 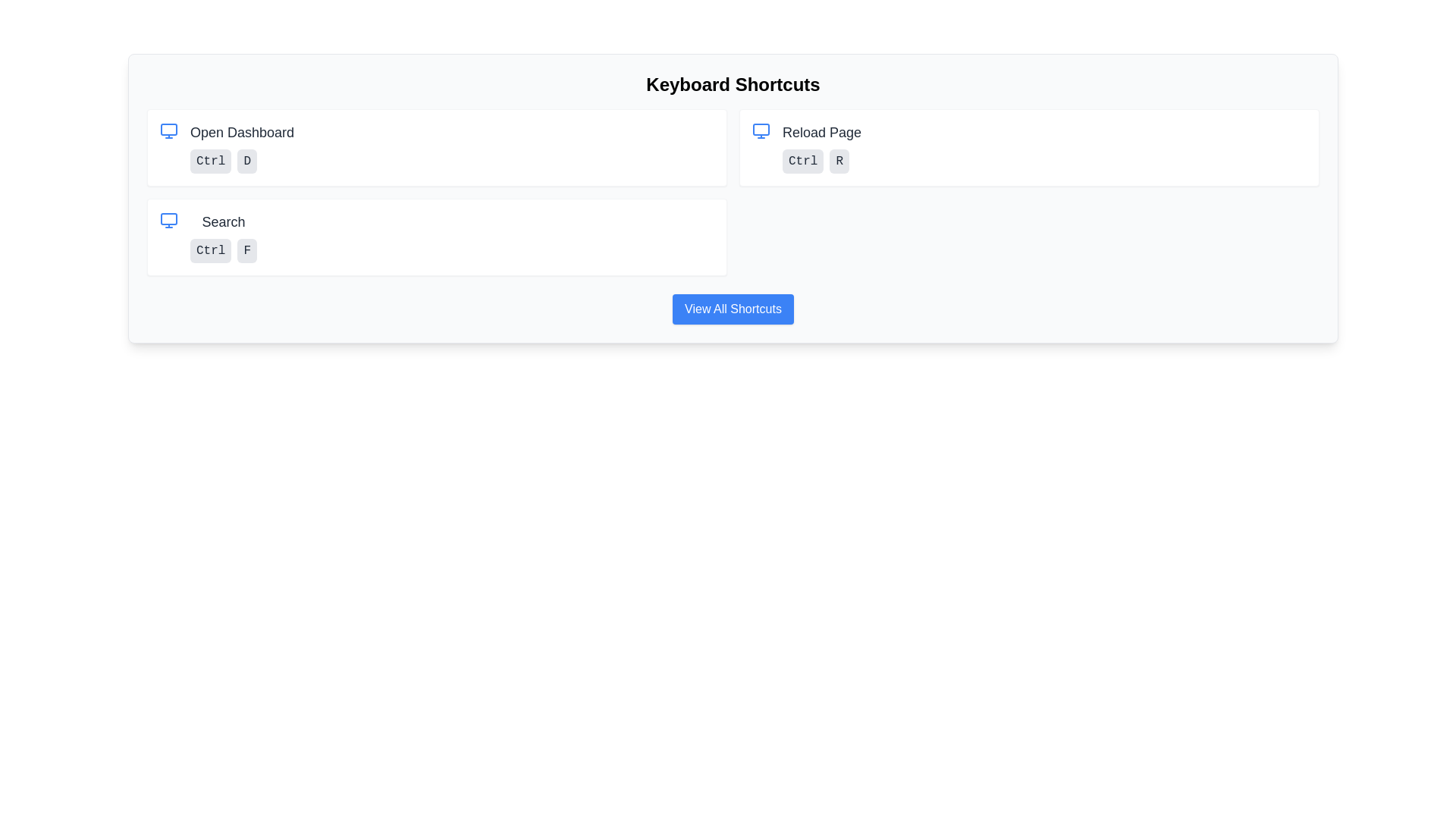 What do you see at coordinates (1029, 148) in the screenshot?
I see `the informational group element that indicates the keyboard shortcut 'Ctrl + R' for reloading the page, located in the second column of the 'Keyboard Shortcuts' section` at bounding box center [1029, 148].